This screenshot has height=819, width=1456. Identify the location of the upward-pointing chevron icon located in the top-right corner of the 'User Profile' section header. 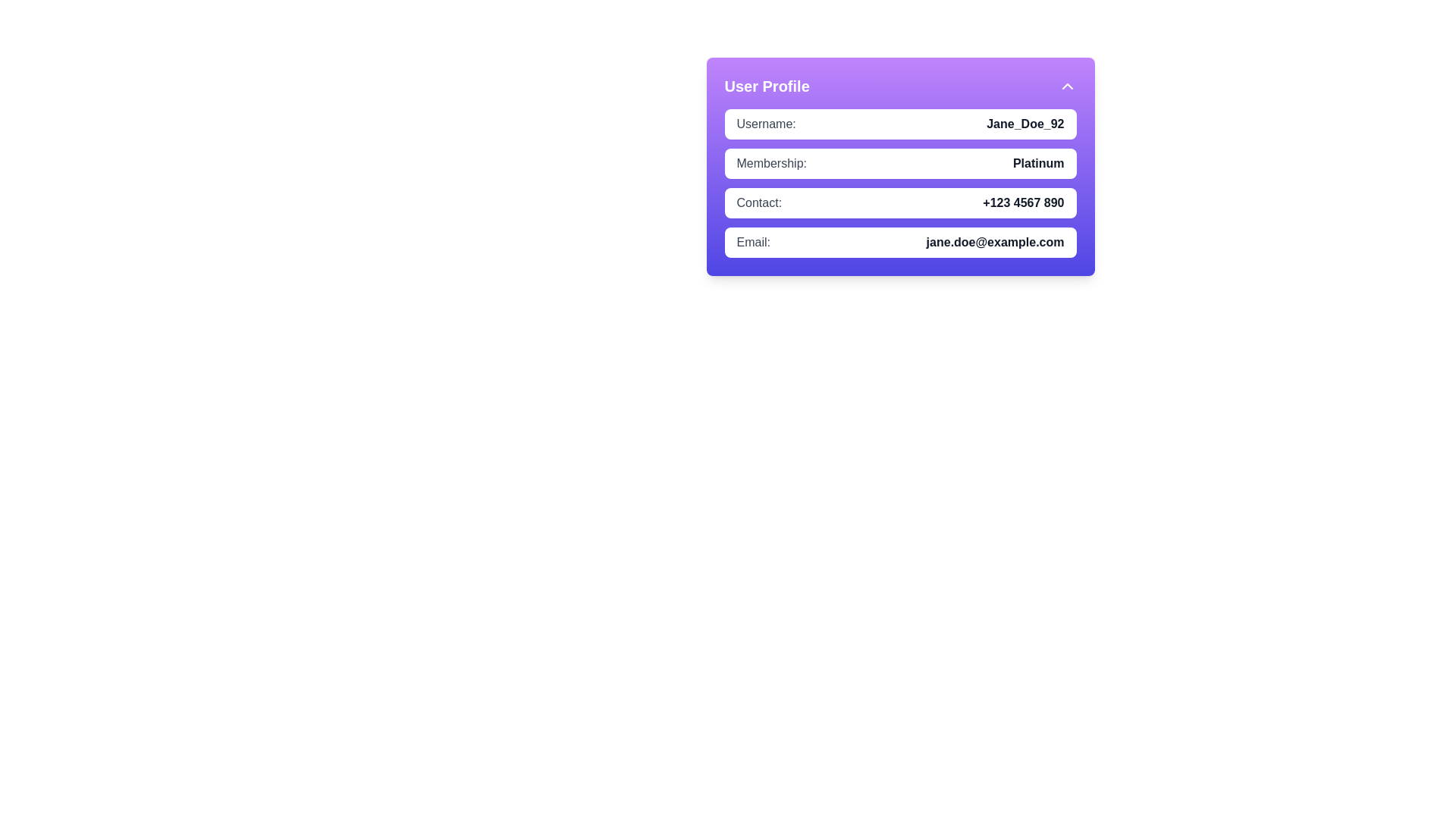
(1066, 86).